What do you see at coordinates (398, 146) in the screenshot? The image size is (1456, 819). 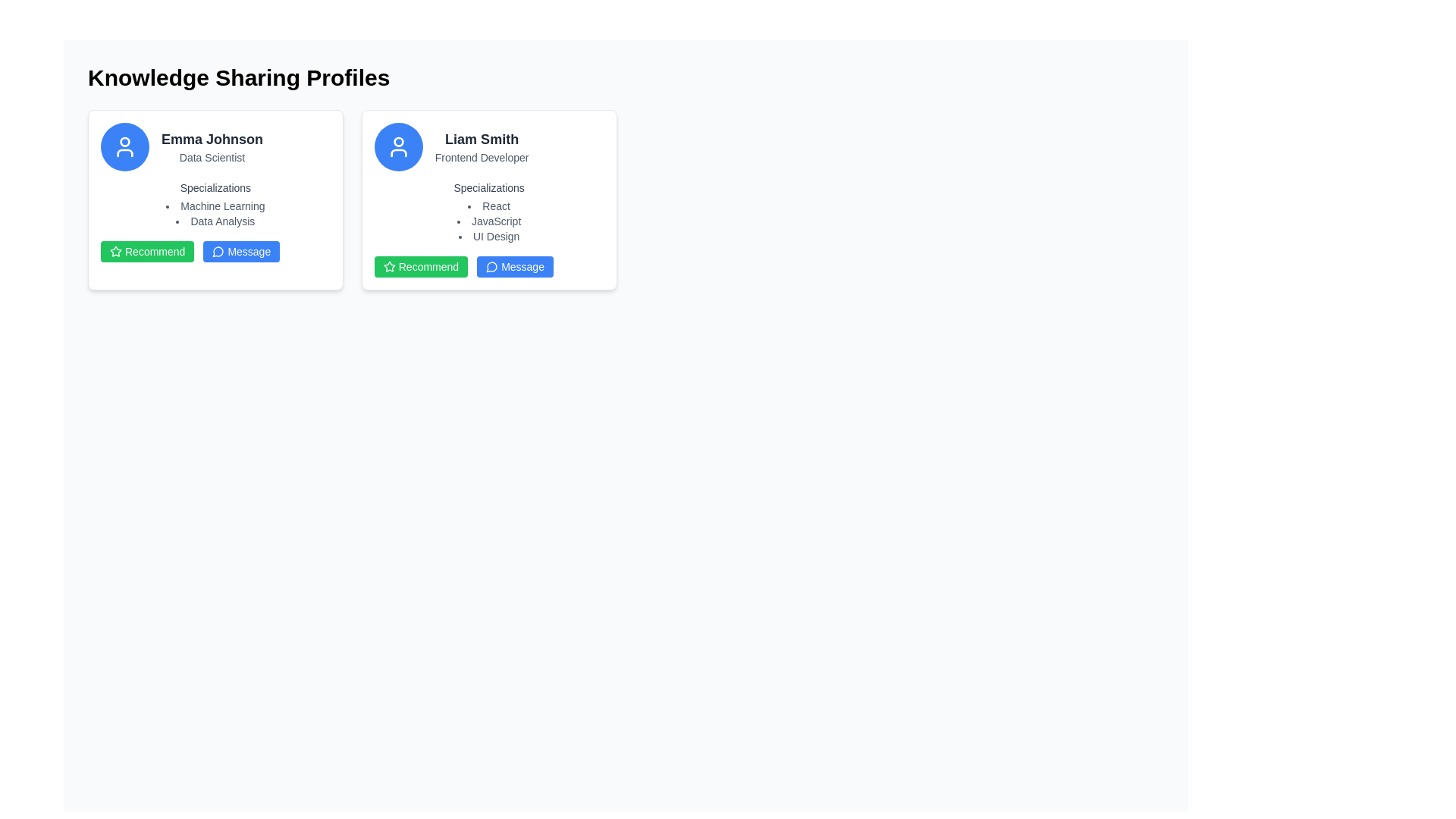 I see `the circular user icon representing 'Liam Smith' located at the upper-left corner of the content card` at bounding box center [398, 146].